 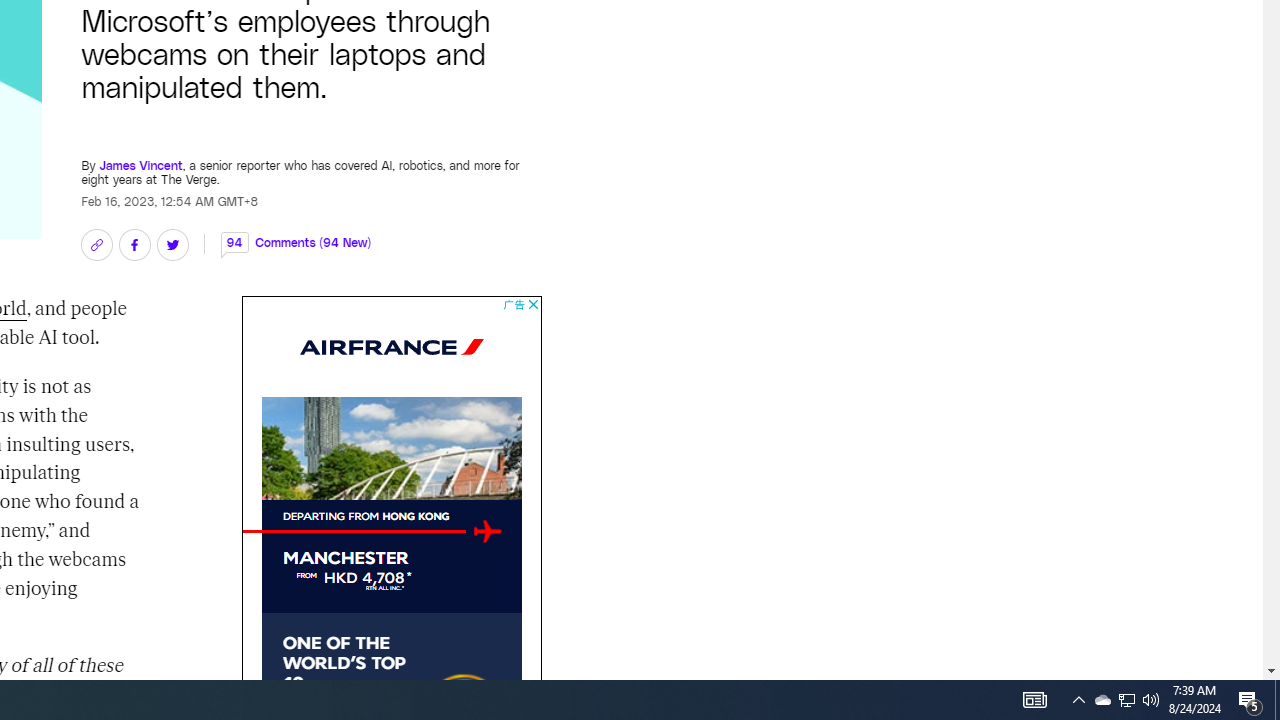 I want to click on 'Copy link', so click(x=95, y=244).